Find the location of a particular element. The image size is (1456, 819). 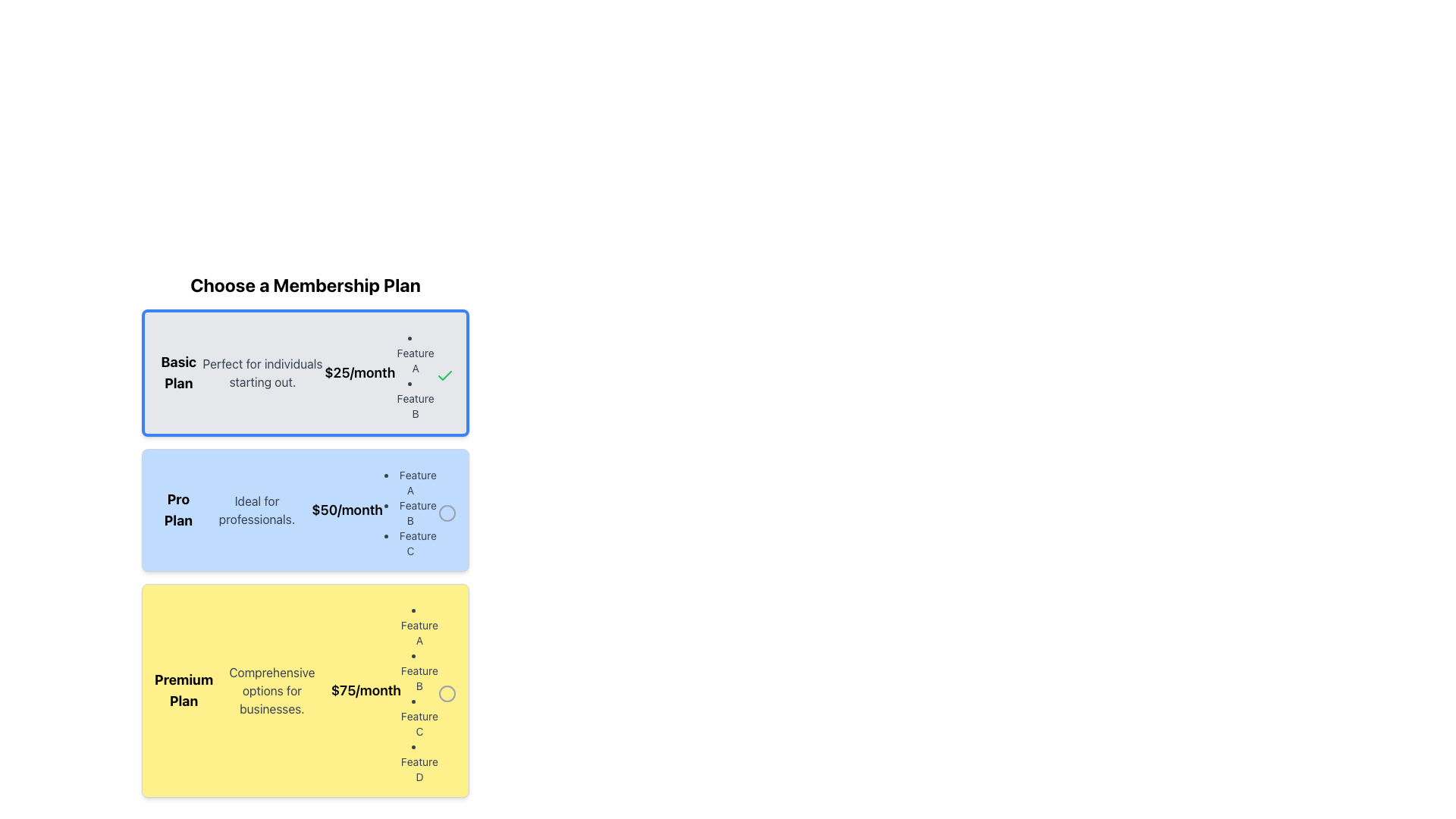

the selectable card representing the 'Pro Plan' option in the membership plans list is located at coordinates (305, 510).